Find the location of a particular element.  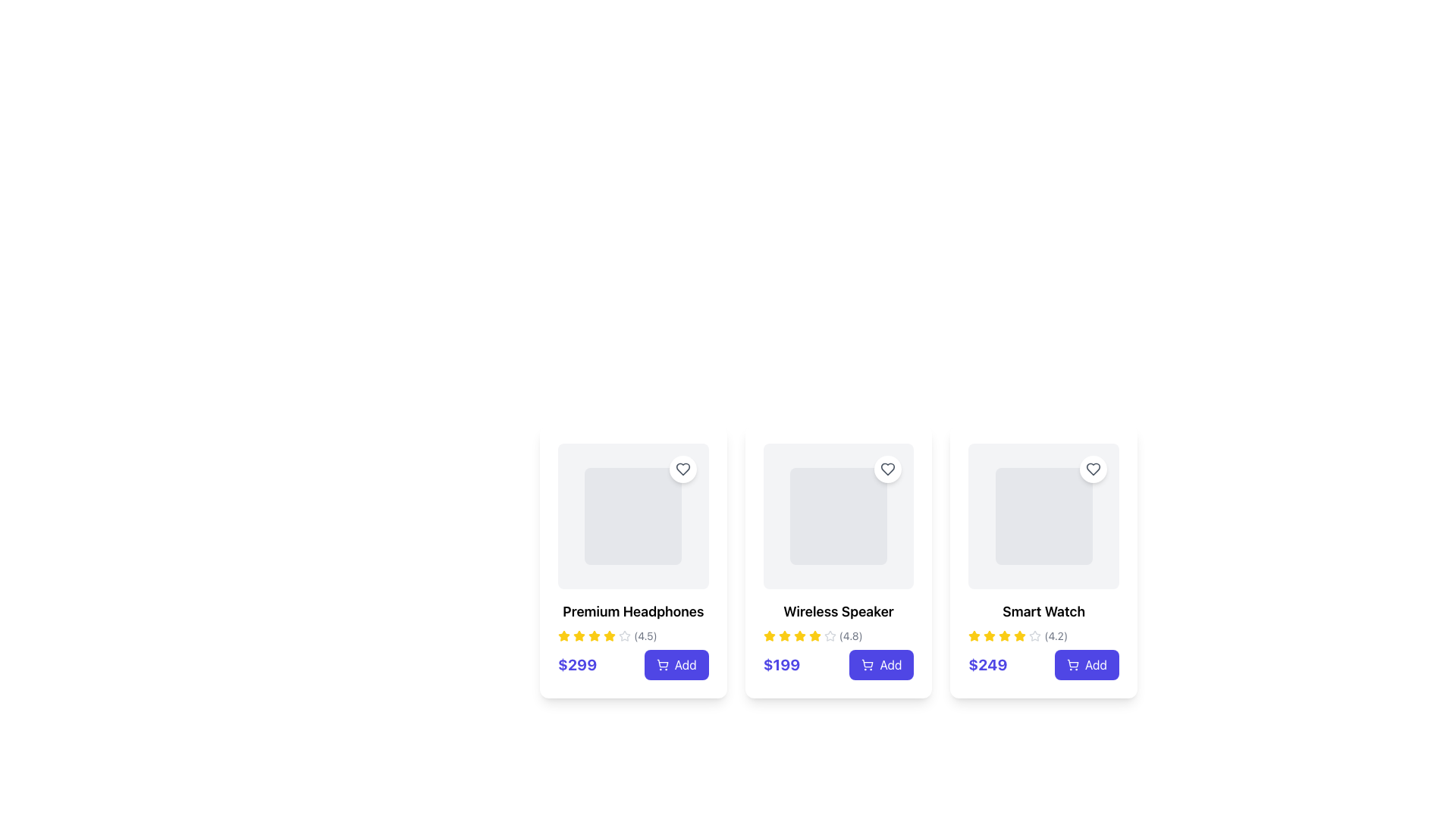

the third star icon in the rating section of the 'Smart Watch' product card, styled in light gray and shaped as a five-pointed star is located at coordinates (1034, 635).